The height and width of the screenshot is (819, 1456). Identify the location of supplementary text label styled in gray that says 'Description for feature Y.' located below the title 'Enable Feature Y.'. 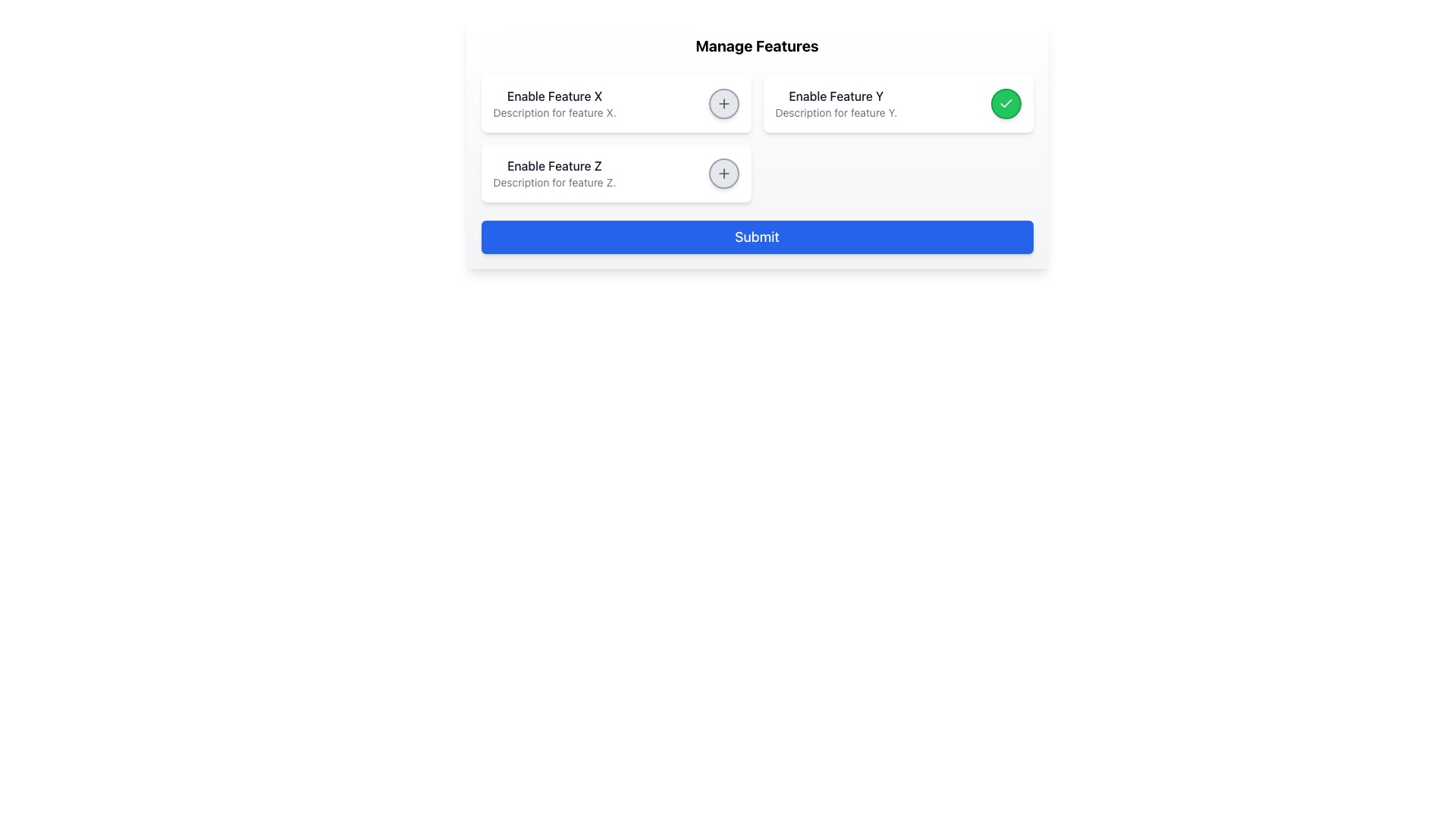
(835, 112).